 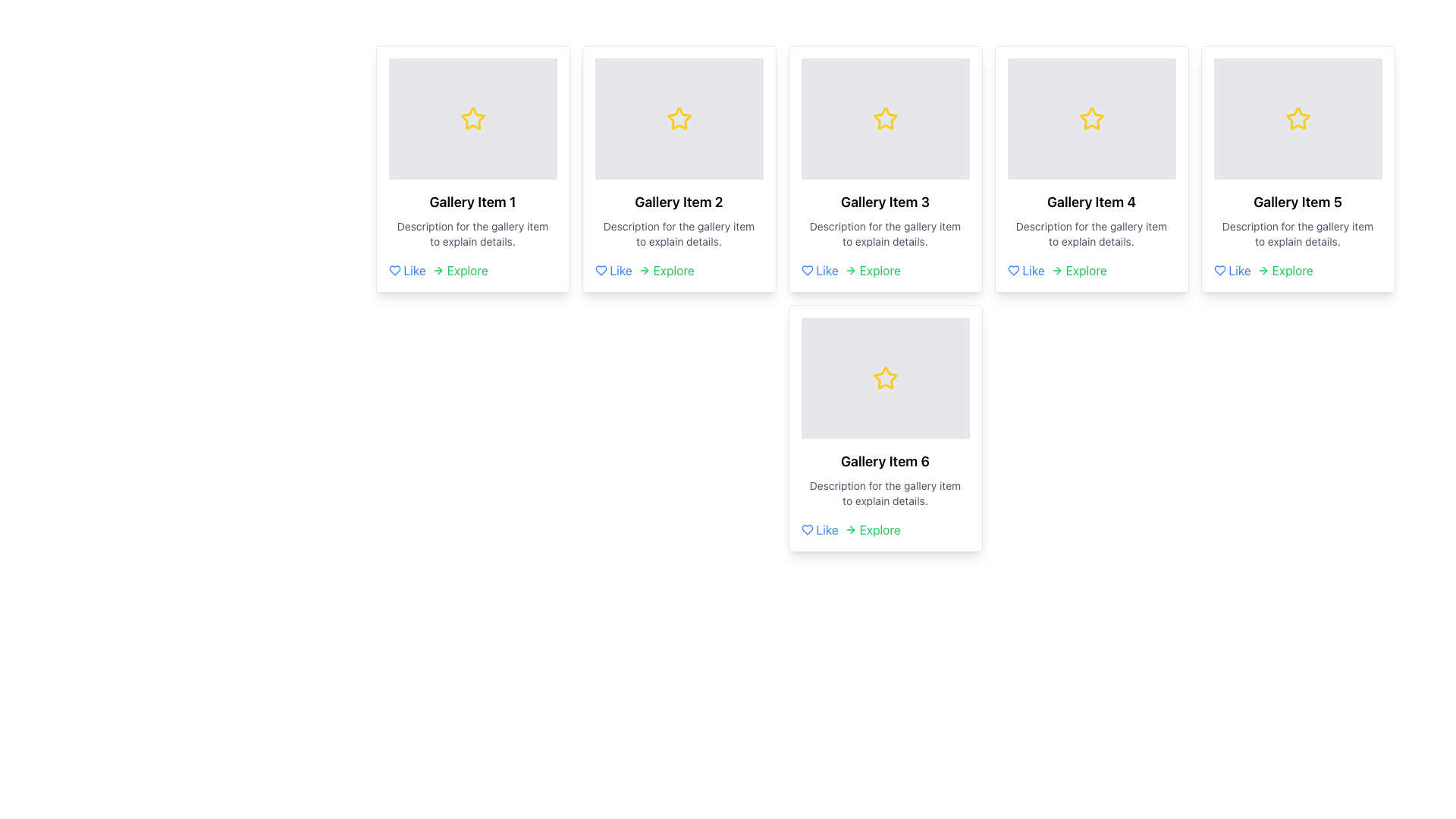 I want to click on the Interactive Card for 'Gallery Item 6' which is located in the second row, first column of the gallery grid layout, directly under 'Gallery Item 3', so click(x=885, y=428).